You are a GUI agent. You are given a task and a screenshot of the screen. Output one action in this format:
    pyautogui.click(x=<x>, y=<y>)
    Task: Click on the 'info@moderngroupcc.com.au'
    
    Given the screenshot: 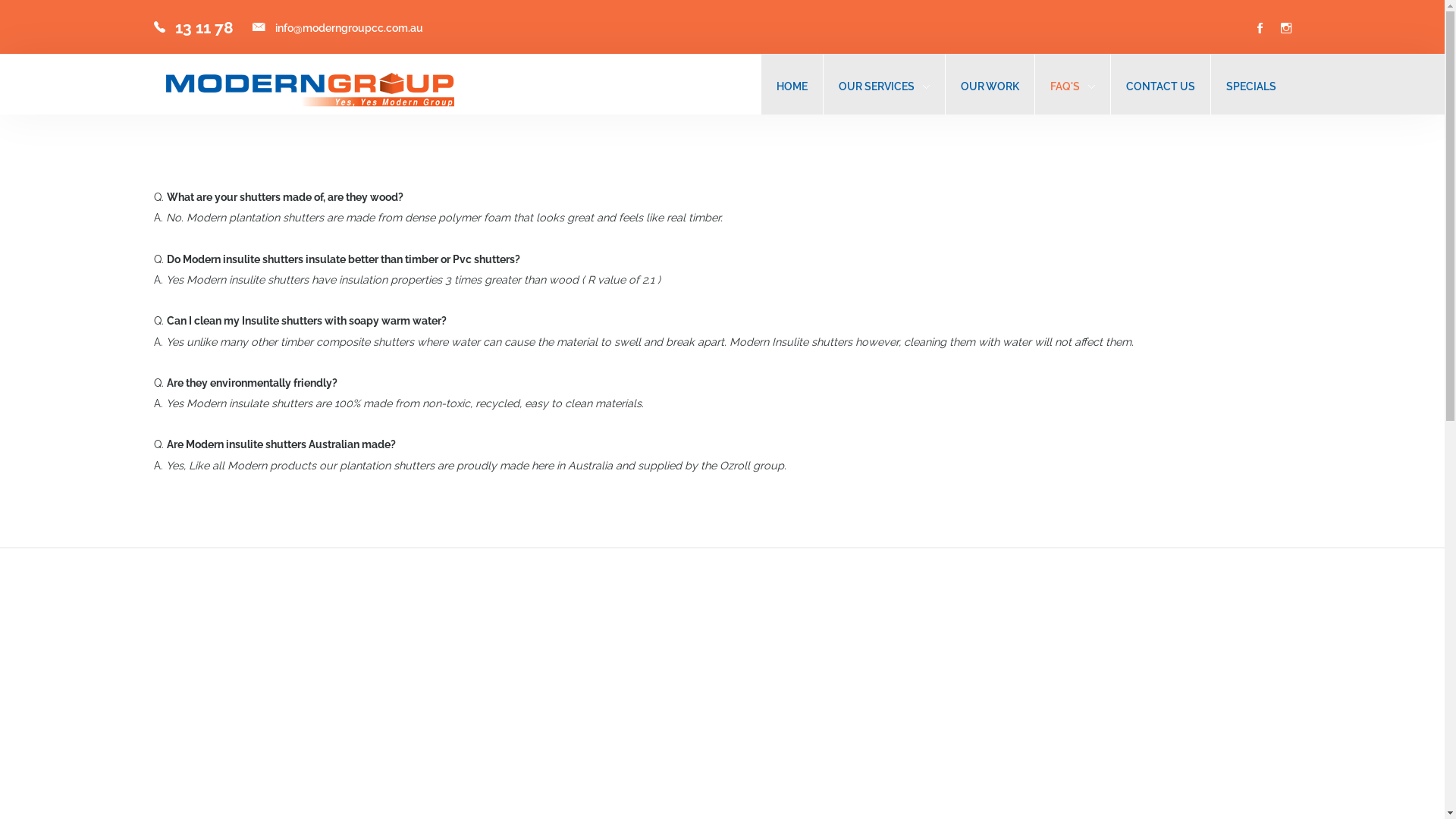 What is the action you would take?
    pyautogui.click(x=347, y=27)
    